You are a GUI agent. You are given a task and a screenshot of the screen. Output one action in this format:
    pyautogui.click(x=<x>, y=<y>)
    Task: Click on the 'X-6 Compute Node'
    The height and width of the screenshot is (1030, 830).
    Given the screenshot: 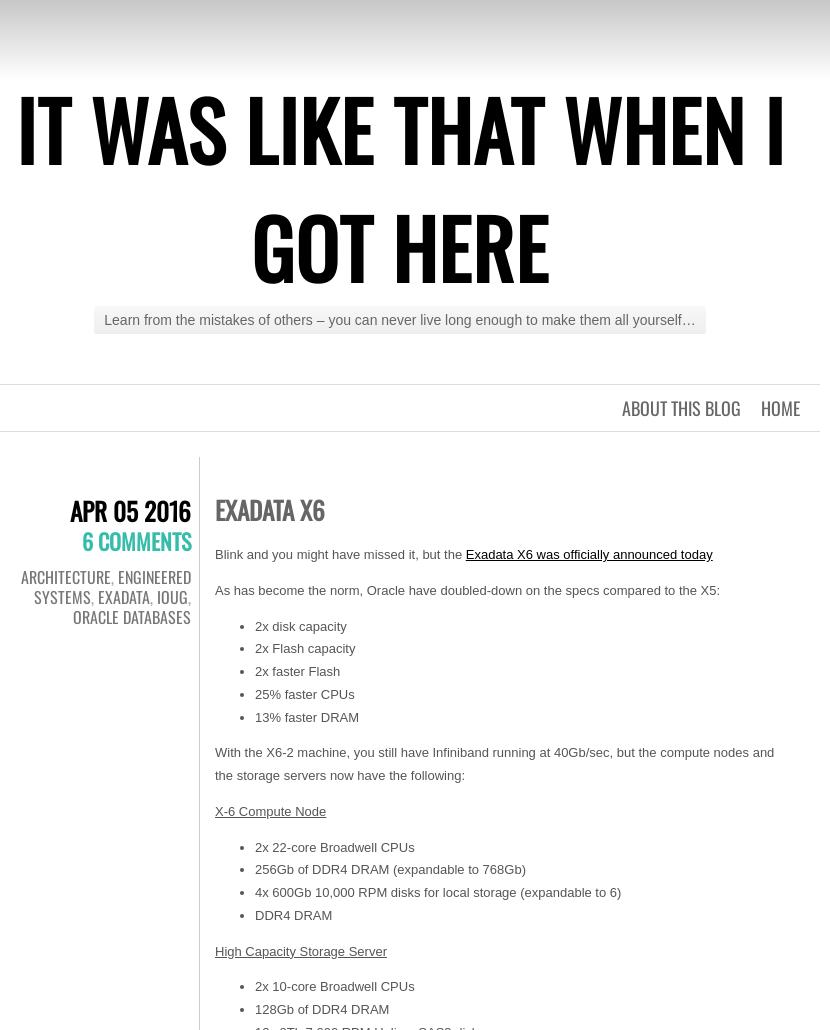 What is the action you would take?
    pyautogui.click(x=270, y=809)
    